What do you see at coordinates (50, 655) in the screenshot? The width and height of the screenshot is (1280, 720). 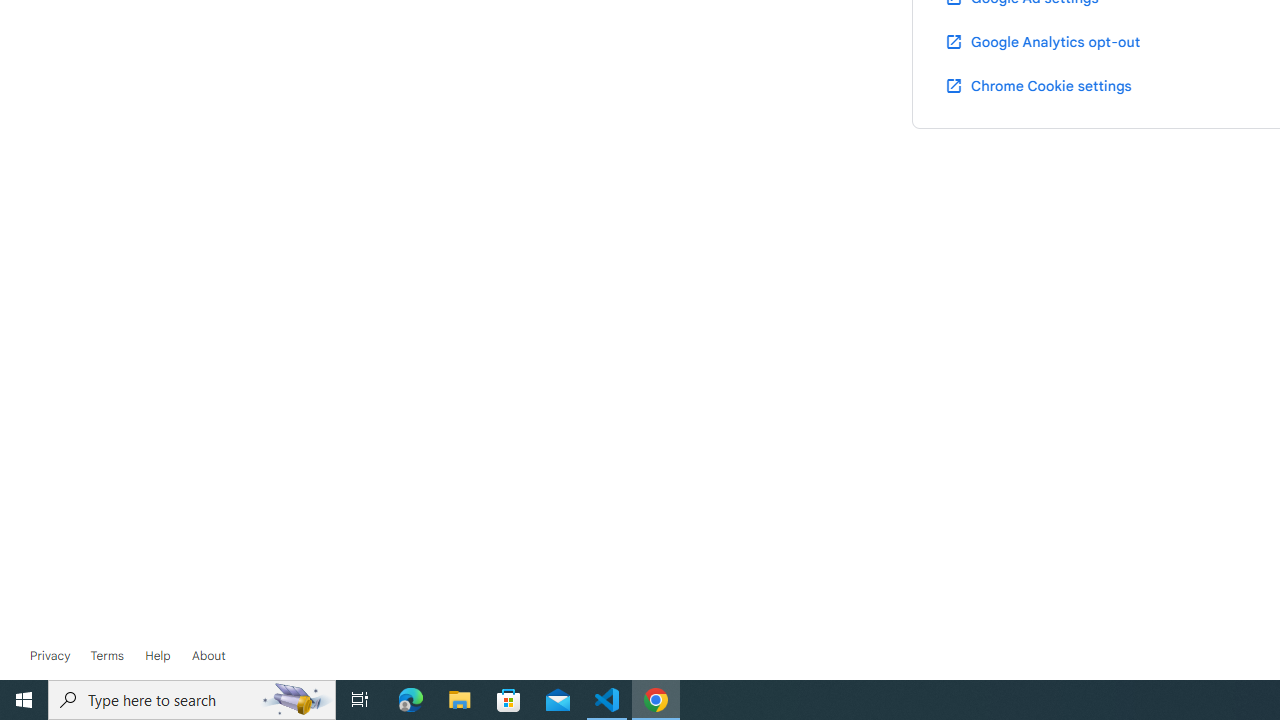 I see `'Privacy'` at bounding box center [50, 655].